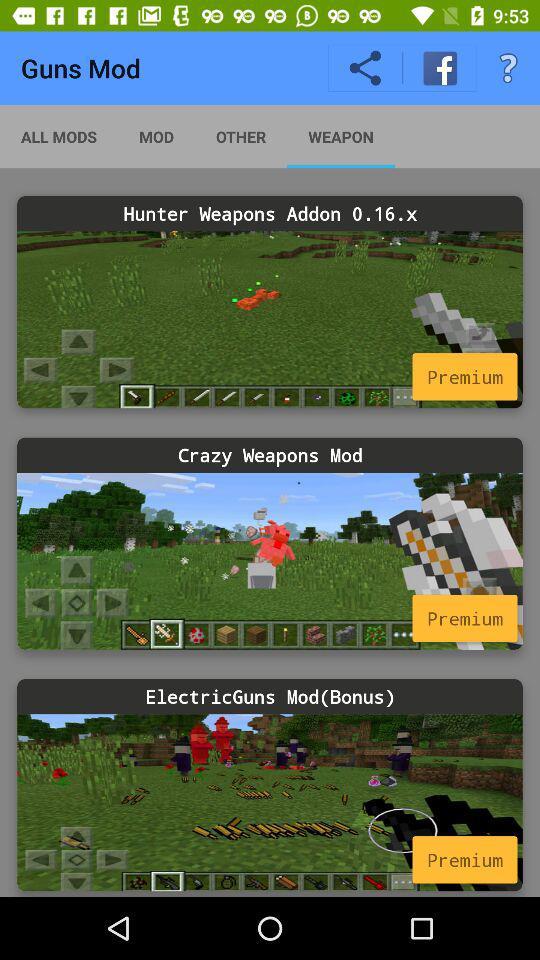 This screenshot has width=540, height=960. I want to click on switch to crazy weapon mod, so click(270, 561).